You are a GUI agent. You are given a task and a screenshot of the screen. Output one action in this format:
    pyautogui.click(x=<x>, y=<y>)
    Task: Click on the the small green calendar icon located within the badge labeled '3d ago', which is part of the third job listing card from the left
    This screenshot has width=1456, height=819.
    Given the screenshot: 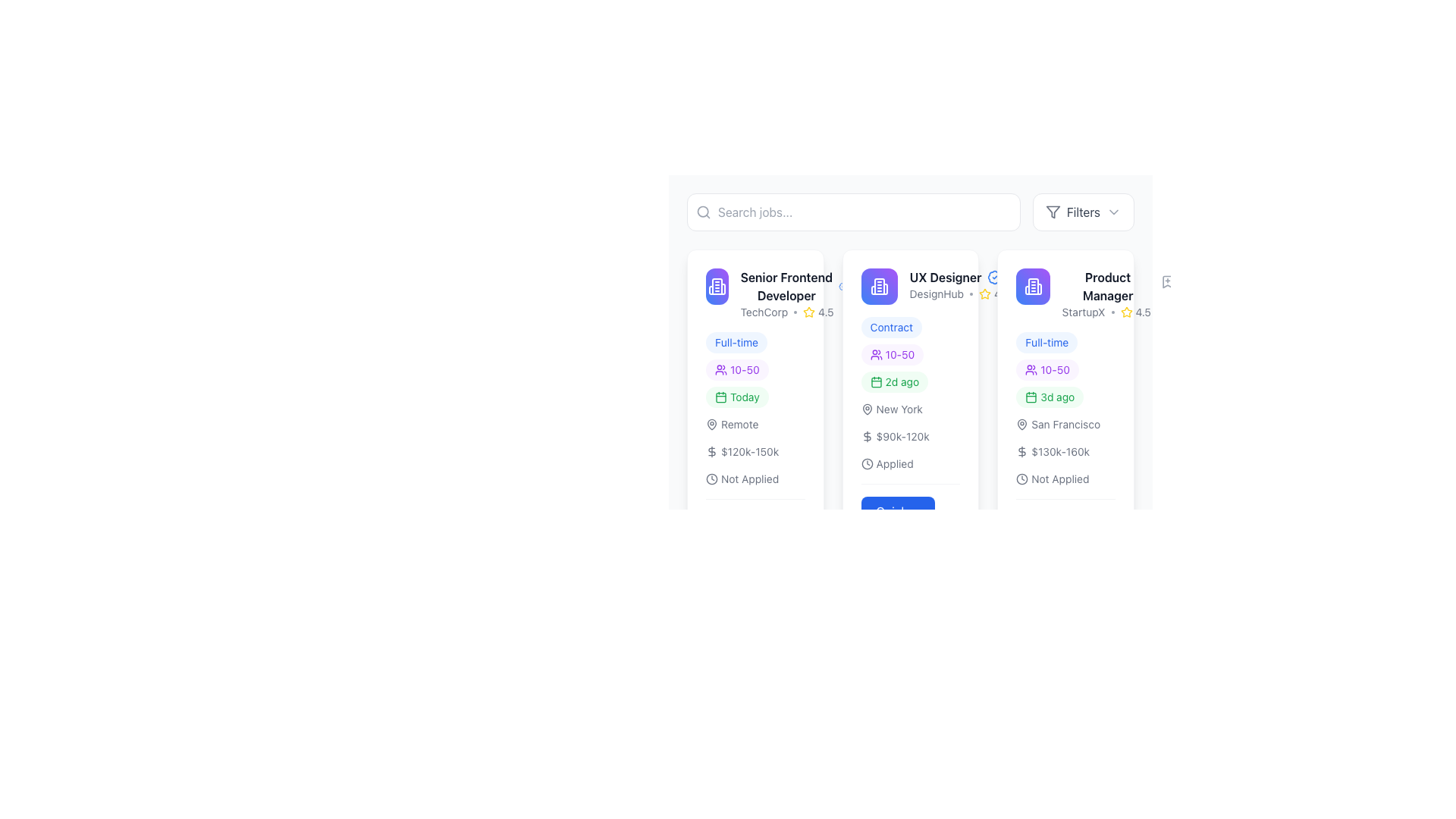 What is the action you would take?
    pyautogui.click(x=1031, y=397)
    